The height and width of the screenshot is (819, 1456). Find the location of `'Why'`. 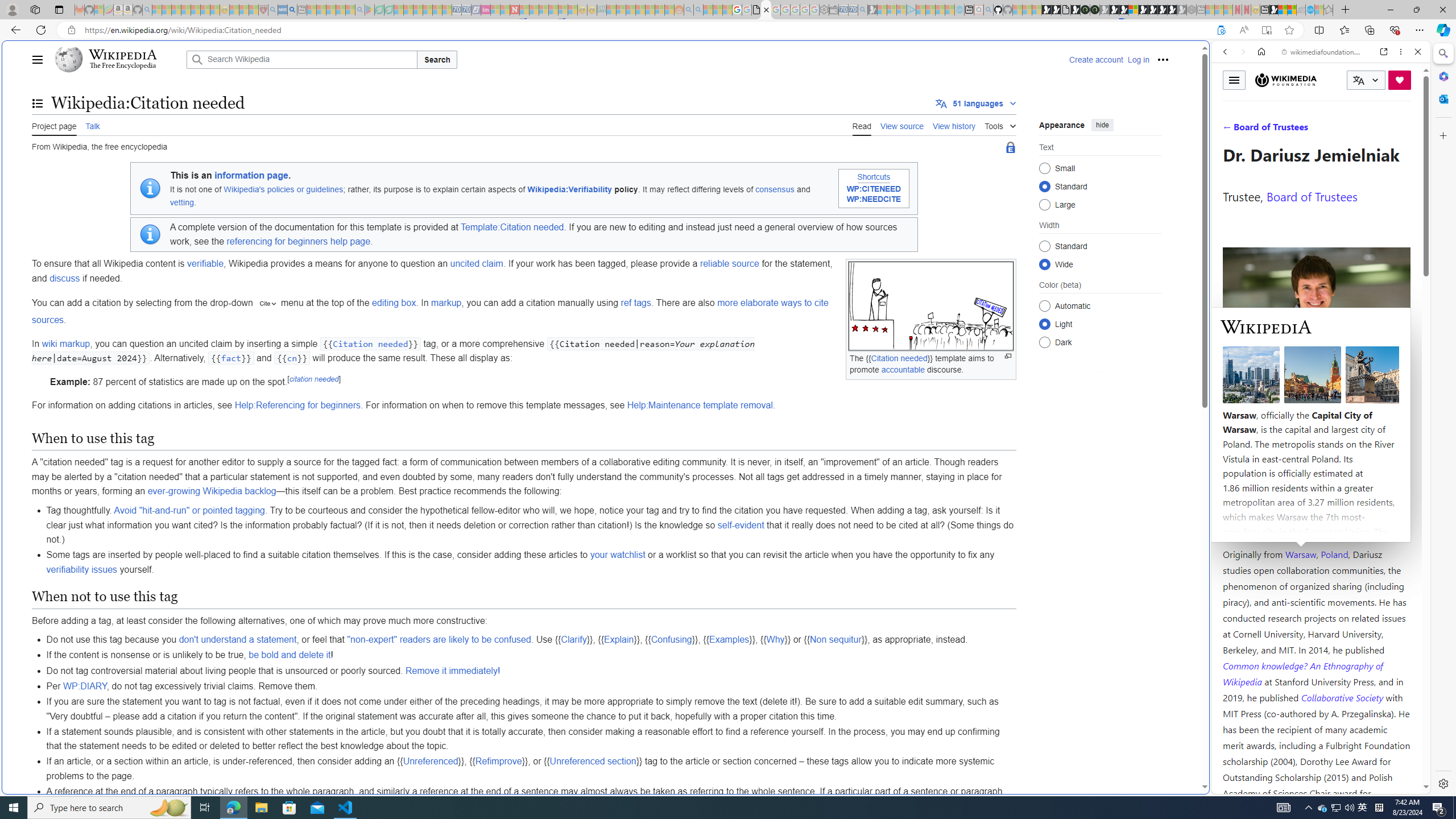

'Why' is located at coordinates (775, 640).